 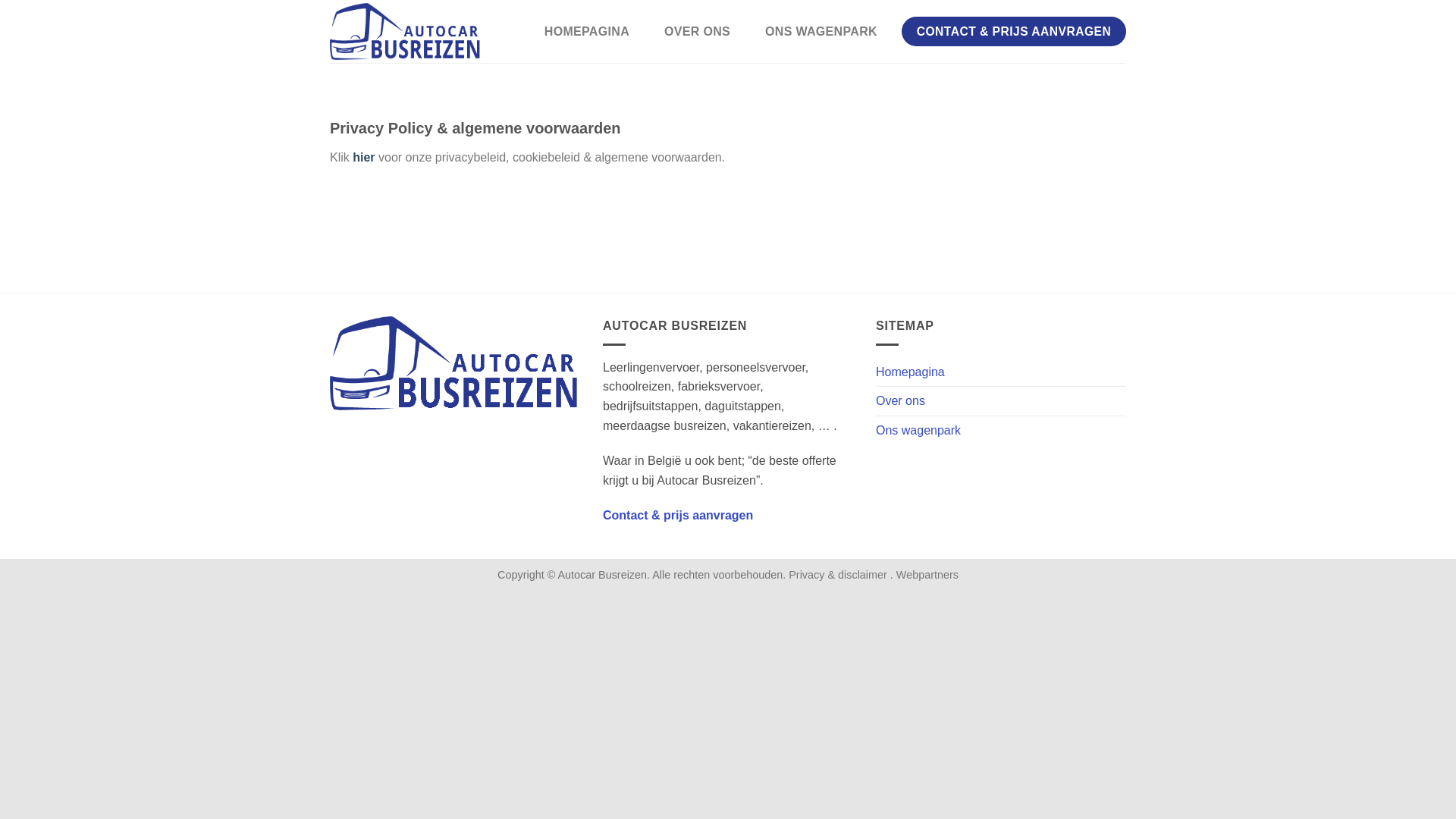 What do you see at coordinates (405, 31) in the screenshot?
I see `'Autocars  - Busreizen'` at bounding box center [405, 31].